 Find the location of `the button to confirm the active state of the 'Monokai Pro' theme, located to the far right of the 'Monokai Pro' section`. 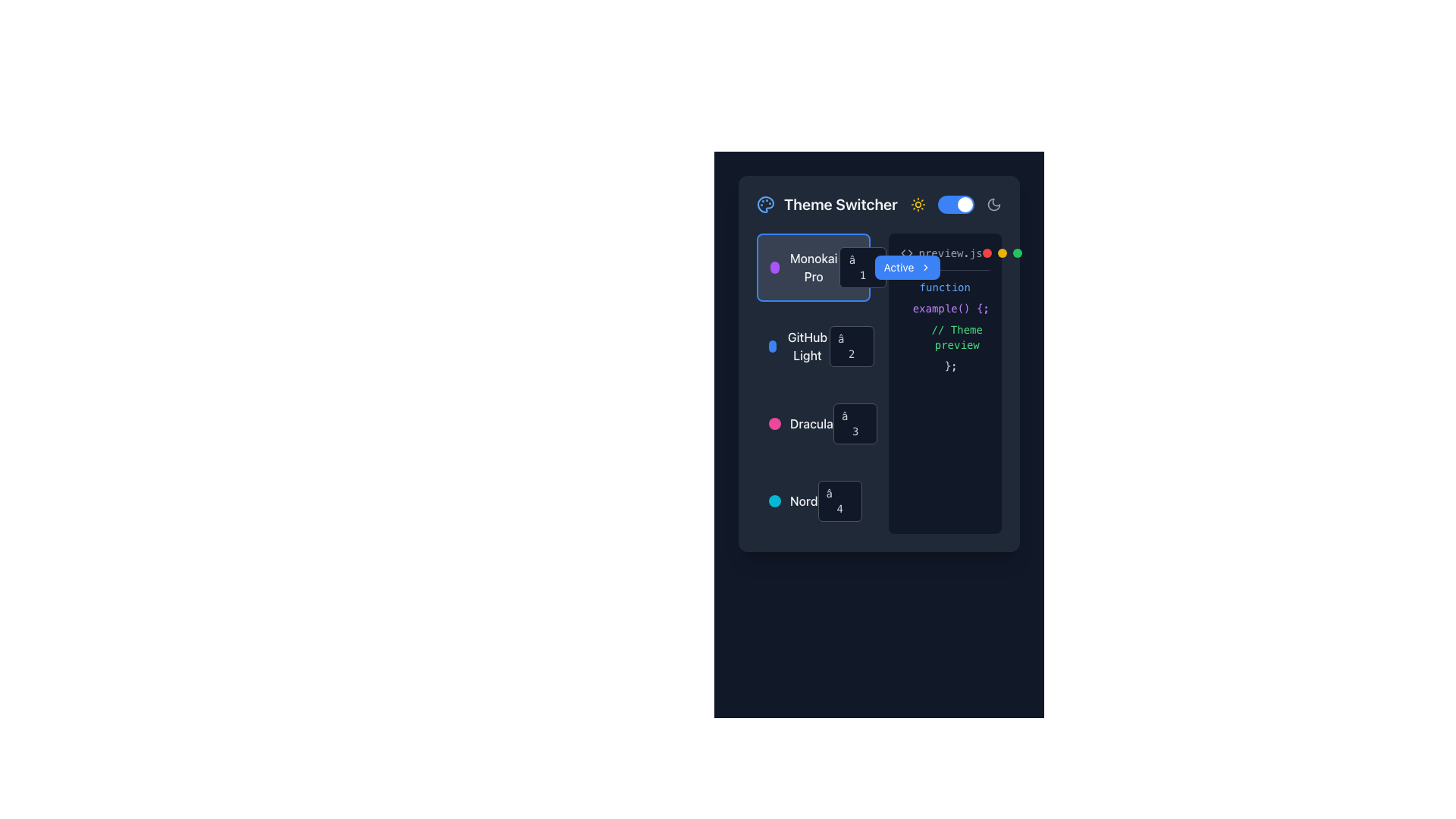

the button to confirm the active state of the 'Monokai Pro' theme, located to the far right of the 'Monokai Pro' section is located at coordinates (907, 267).